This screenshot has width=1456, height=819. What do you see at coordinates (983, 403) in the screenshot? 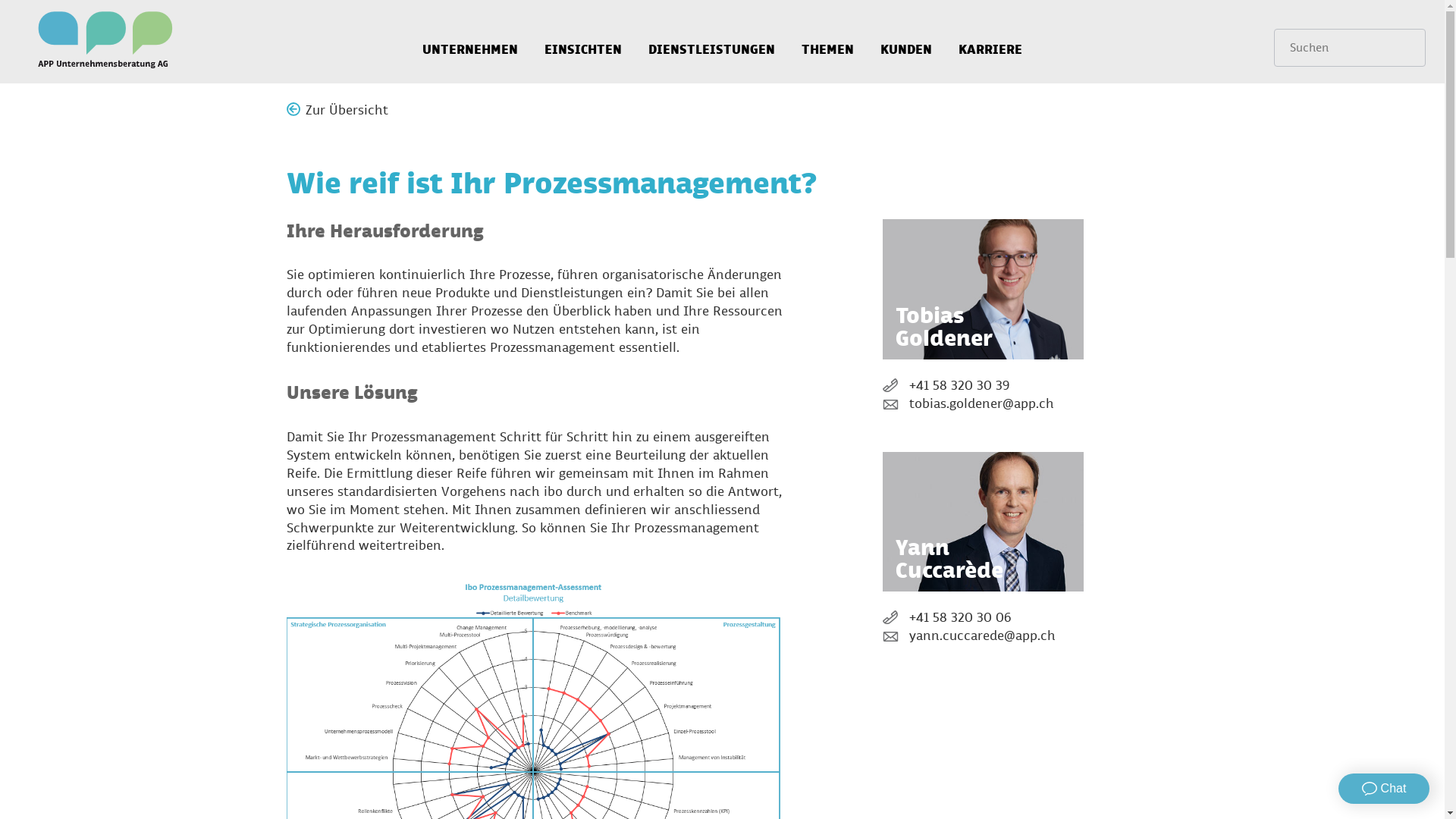
I see `'tobias.goldener@app.ch'` at bounding box center [983, 403].